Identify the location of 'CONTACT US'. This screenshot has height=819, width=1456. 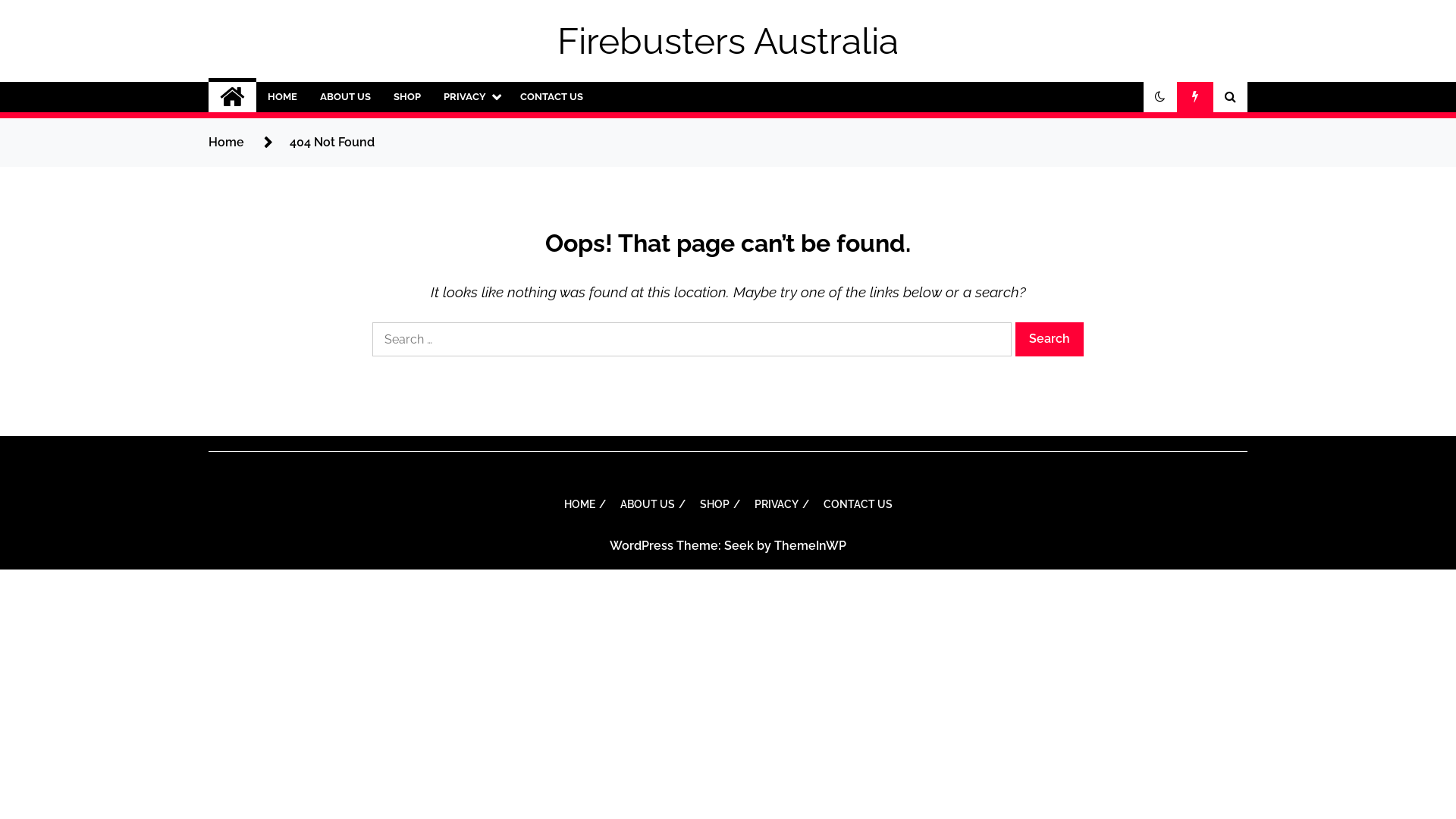
(858, 504).